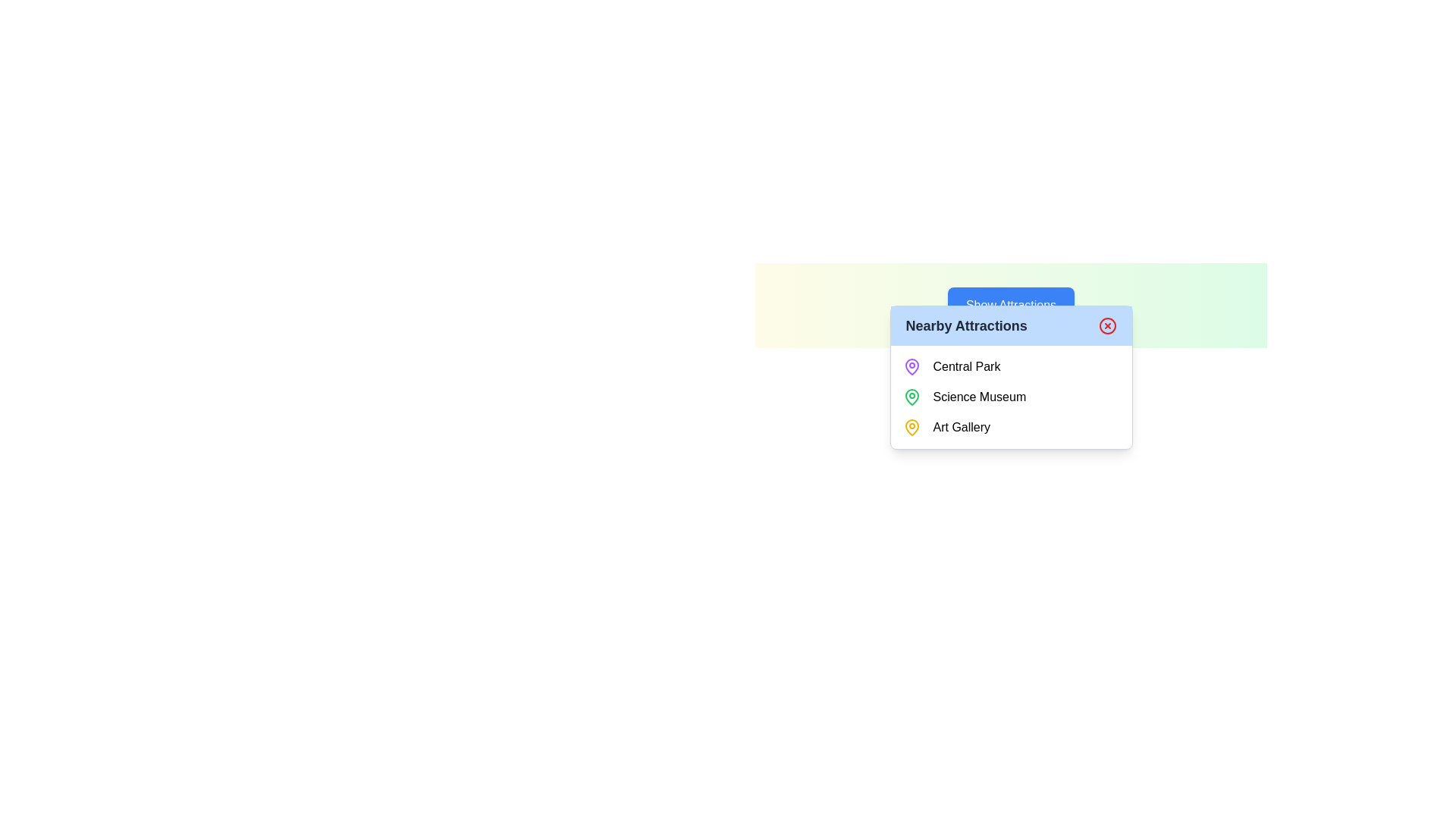 This screenshot has height=819, width=1456. Describe the element at coordinates (1011, 376) in the screenshot. I see `the dropdown modal component that provides a quick overview of nearby attractions, located beneath the 'Show Attractions' button` at that location.